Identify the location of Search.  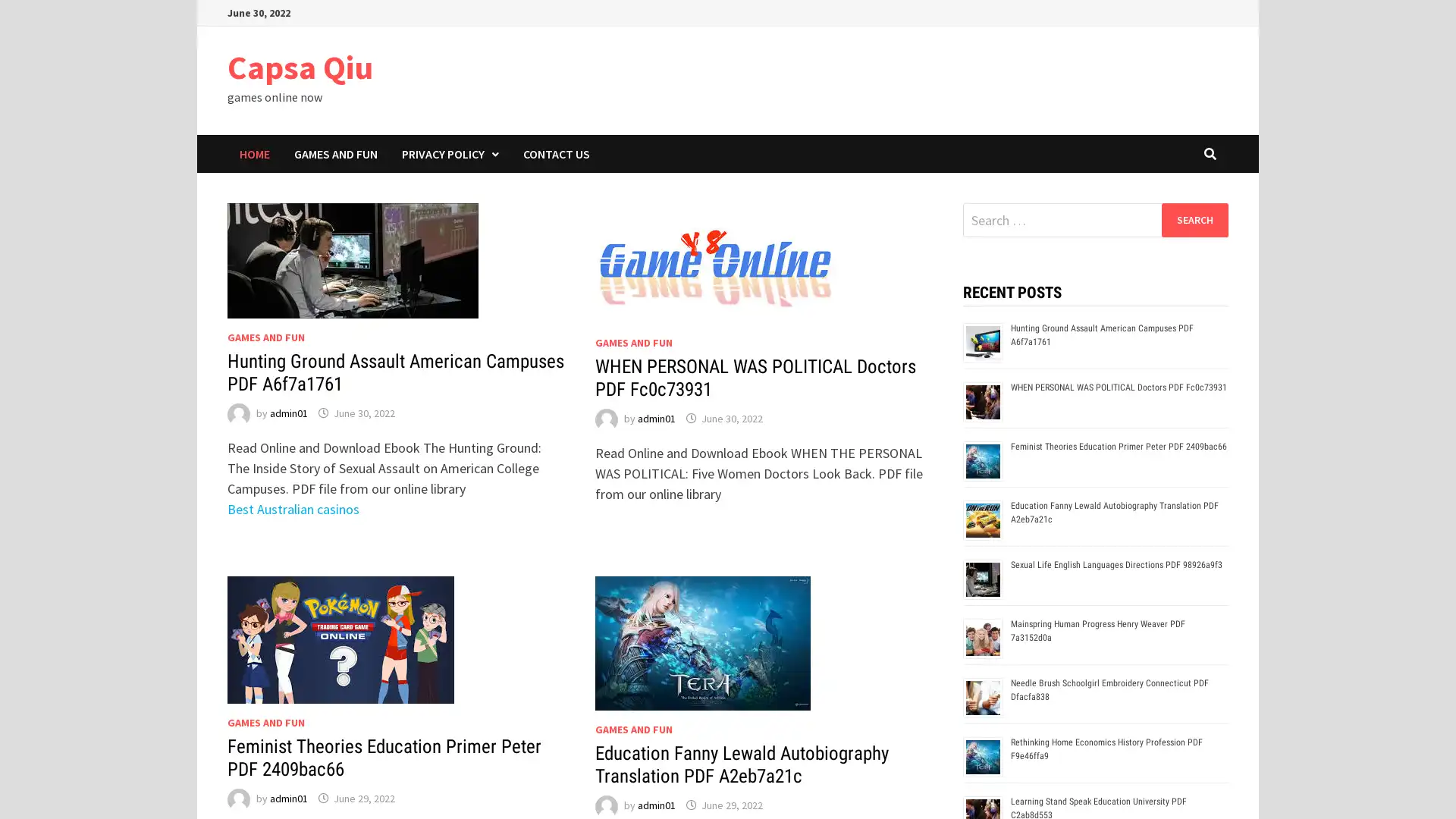
(1194, 219).